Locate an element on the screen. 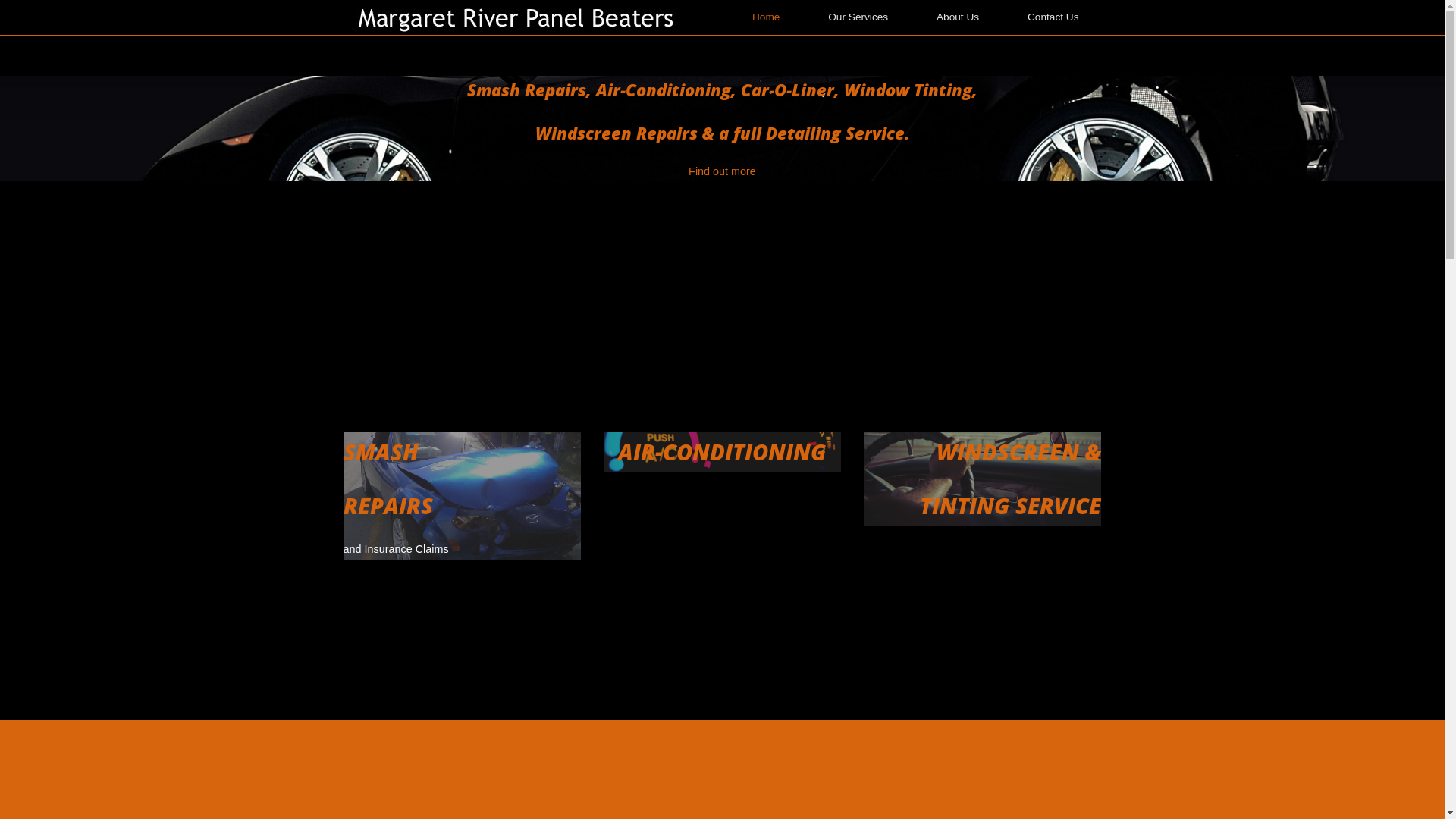 This screenshot has height=819, width=1456. 'Find out more' is located at coordinates (687, 171).